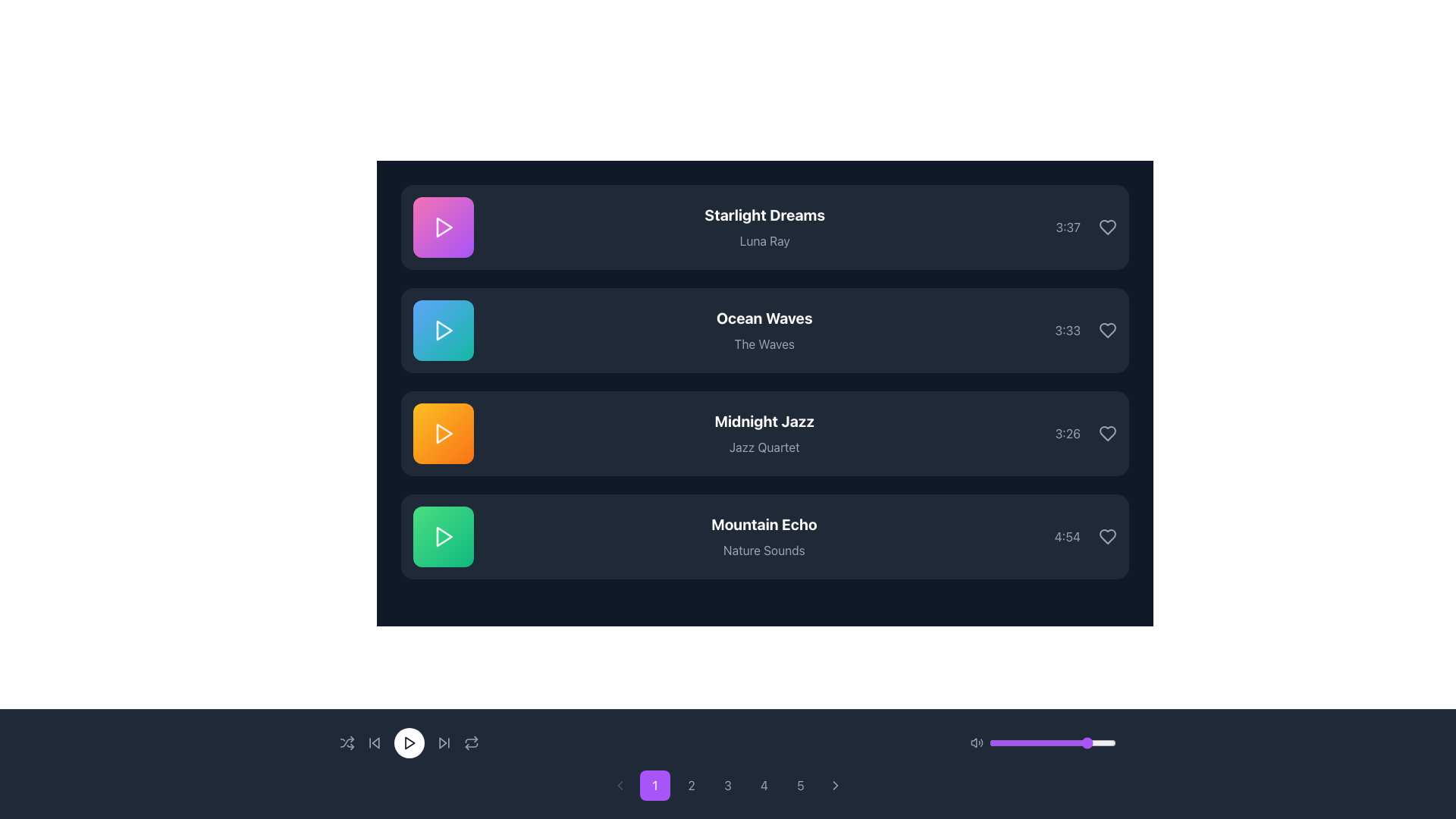 The image size is (1456, 819). What do you see at coordinates (1107, 433) in the screenshot?
I see `the heart-shaped icon to trigger the color change effect from gray to pink` at bounding box center [1107, 433].